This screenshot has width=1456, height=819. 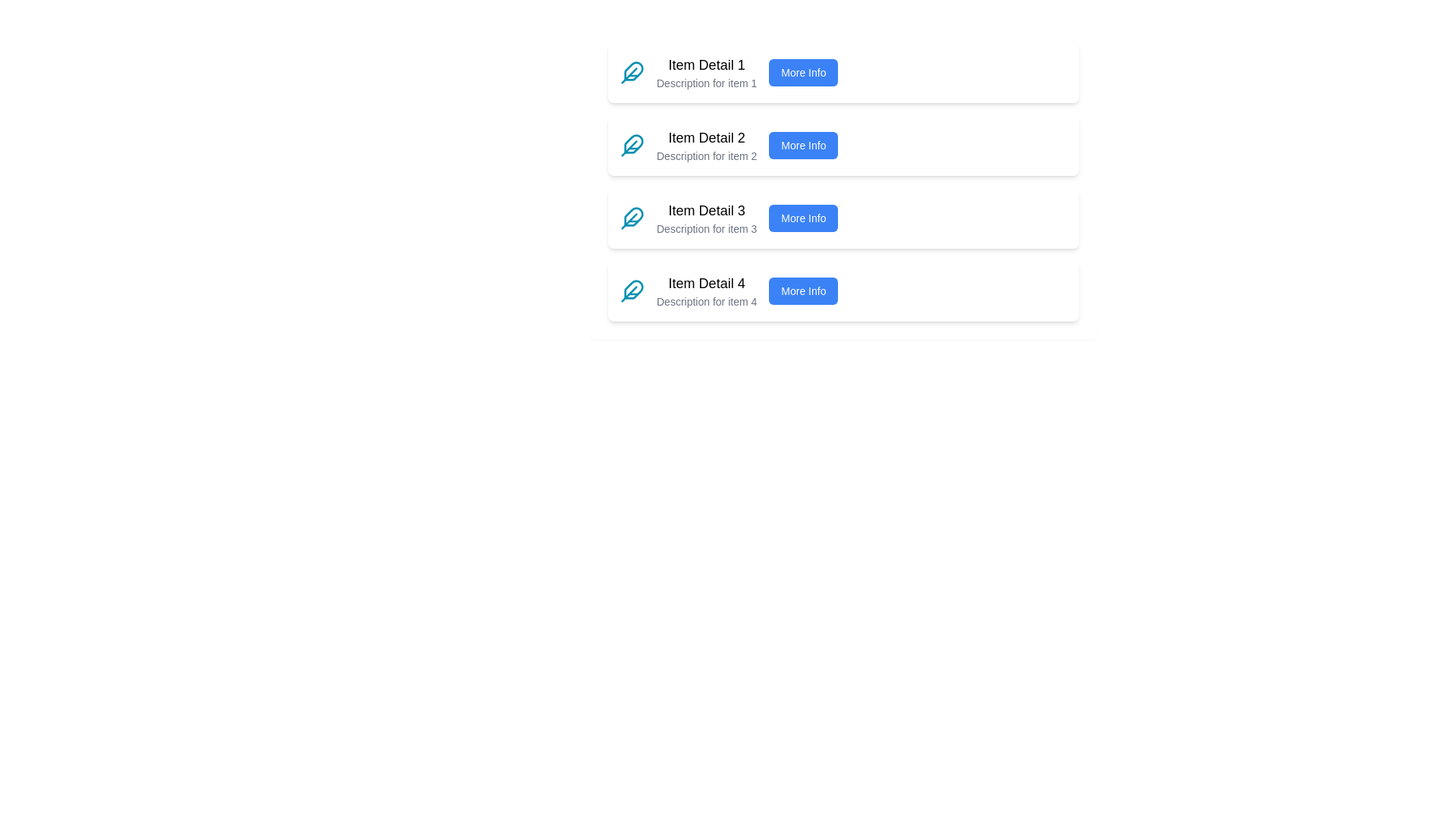 What do you see at coordinates (632, 218) in the screenshot?
I see `the feather icon located in the third card from the top, directly to the left of the text 'Item Detail 3'` at bounding box center [632, 218].